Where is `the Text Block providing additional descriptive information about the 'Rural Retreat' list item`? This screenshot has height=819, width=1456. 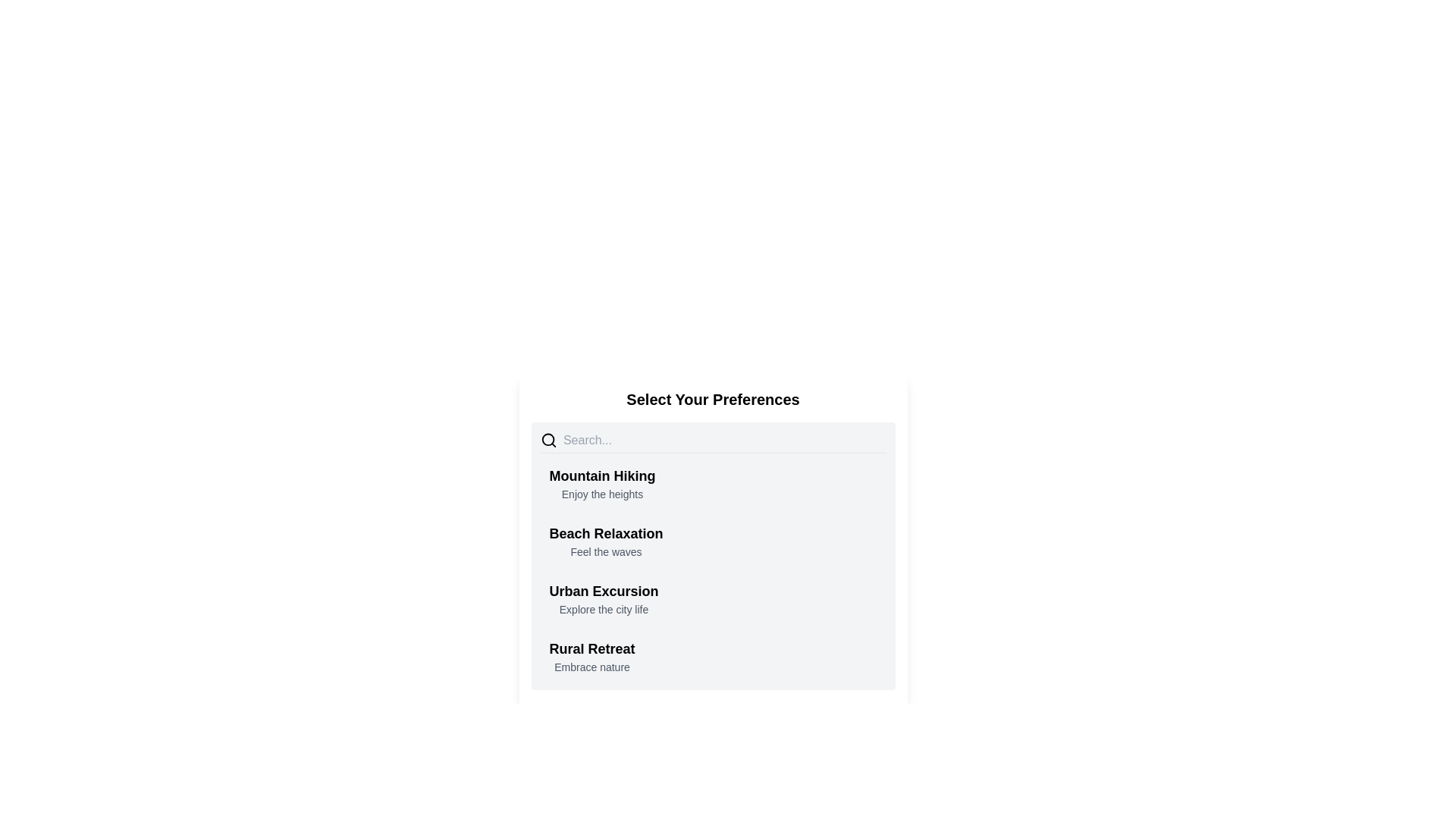
the Text Block providing additional descriptive information about the 'Rural Retreat' list item is located at coordinates (591, 666).